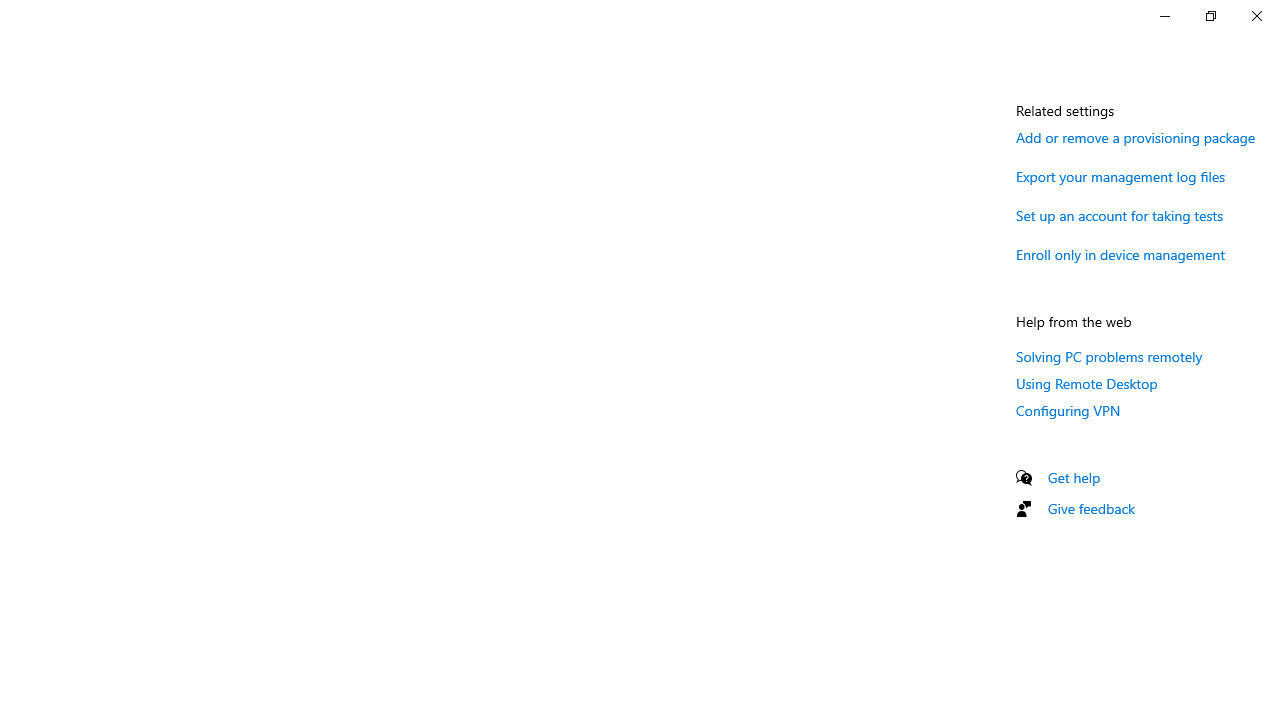 The width and height of the screenshot is (1280, 720). Describe the element at coordinates (1121, 253) in the screenshot. I see `'Enroll only in device management'` at that location.